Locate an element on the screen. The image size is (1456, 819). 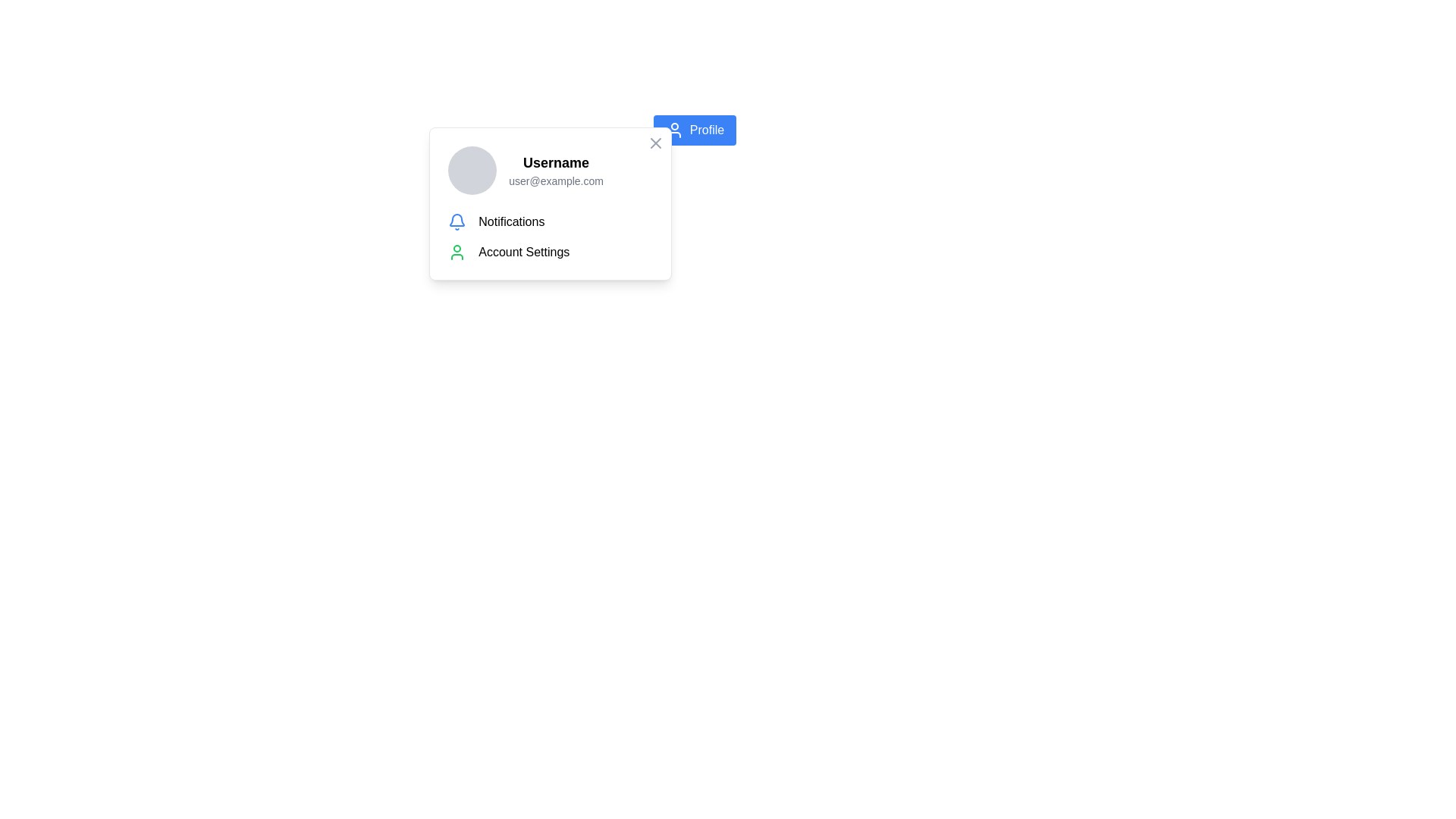
the dropdown menu item located below the 'Profile' button is located at coordinates (550, 203).